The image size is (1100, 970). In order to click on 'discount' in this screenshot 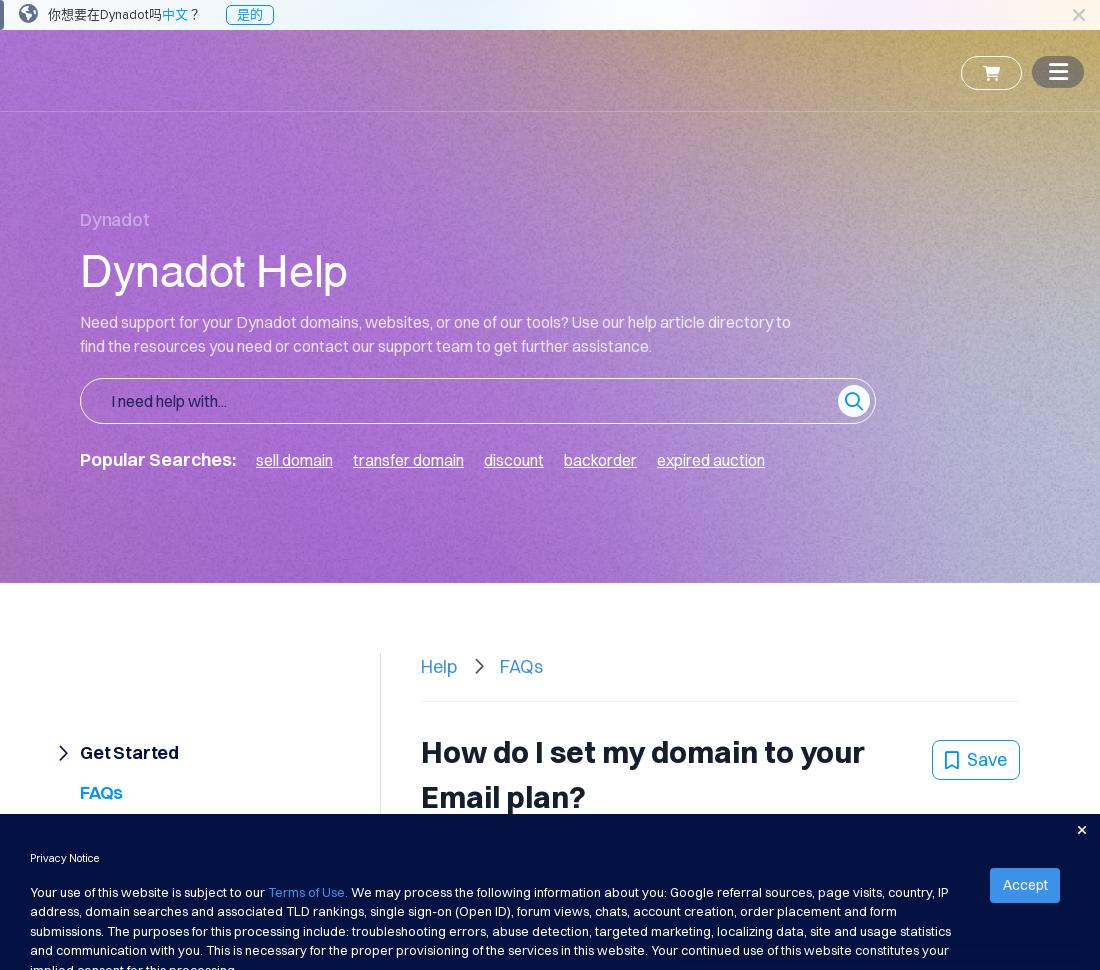, I will do `click(514, 458)`.